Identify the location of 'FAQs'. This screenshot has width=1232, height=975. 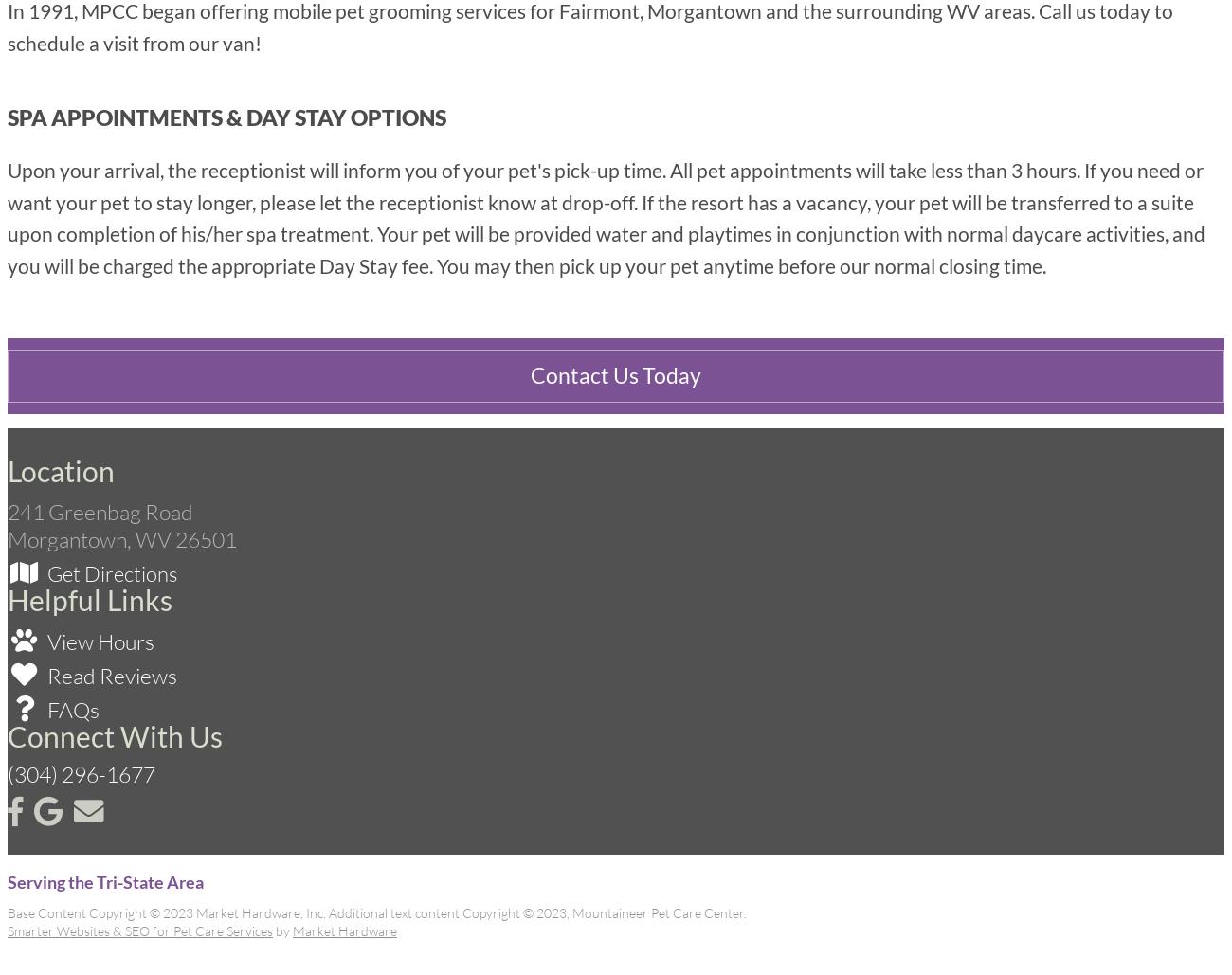
(43, 710).